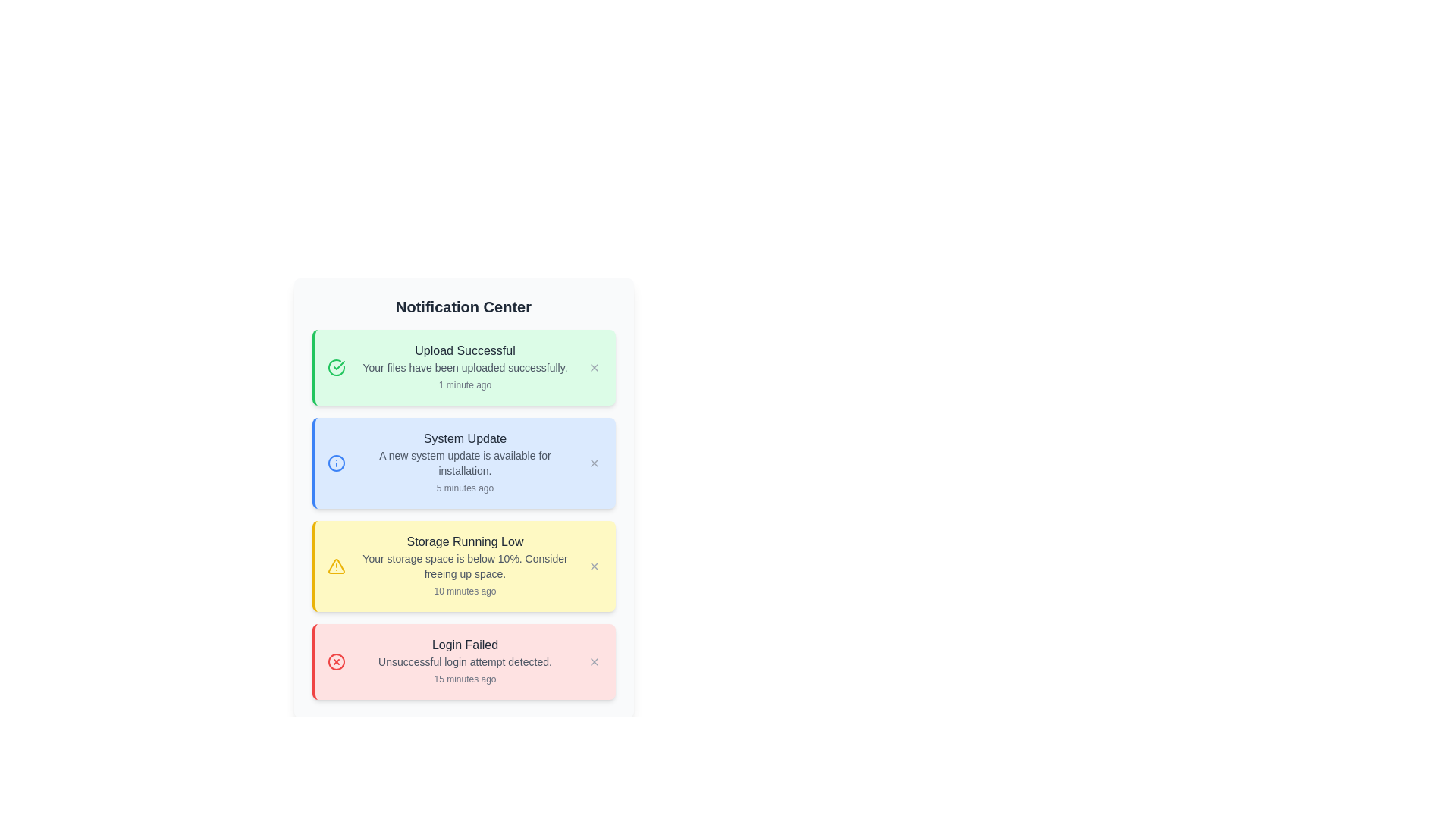 This screenshot has height=819, width=1456. What do you see at coordinates (335, 462) in the screenshot?
I see `the circular icon within the 'System Update' notification card in the notification panel` at bounding box center [335, 462].